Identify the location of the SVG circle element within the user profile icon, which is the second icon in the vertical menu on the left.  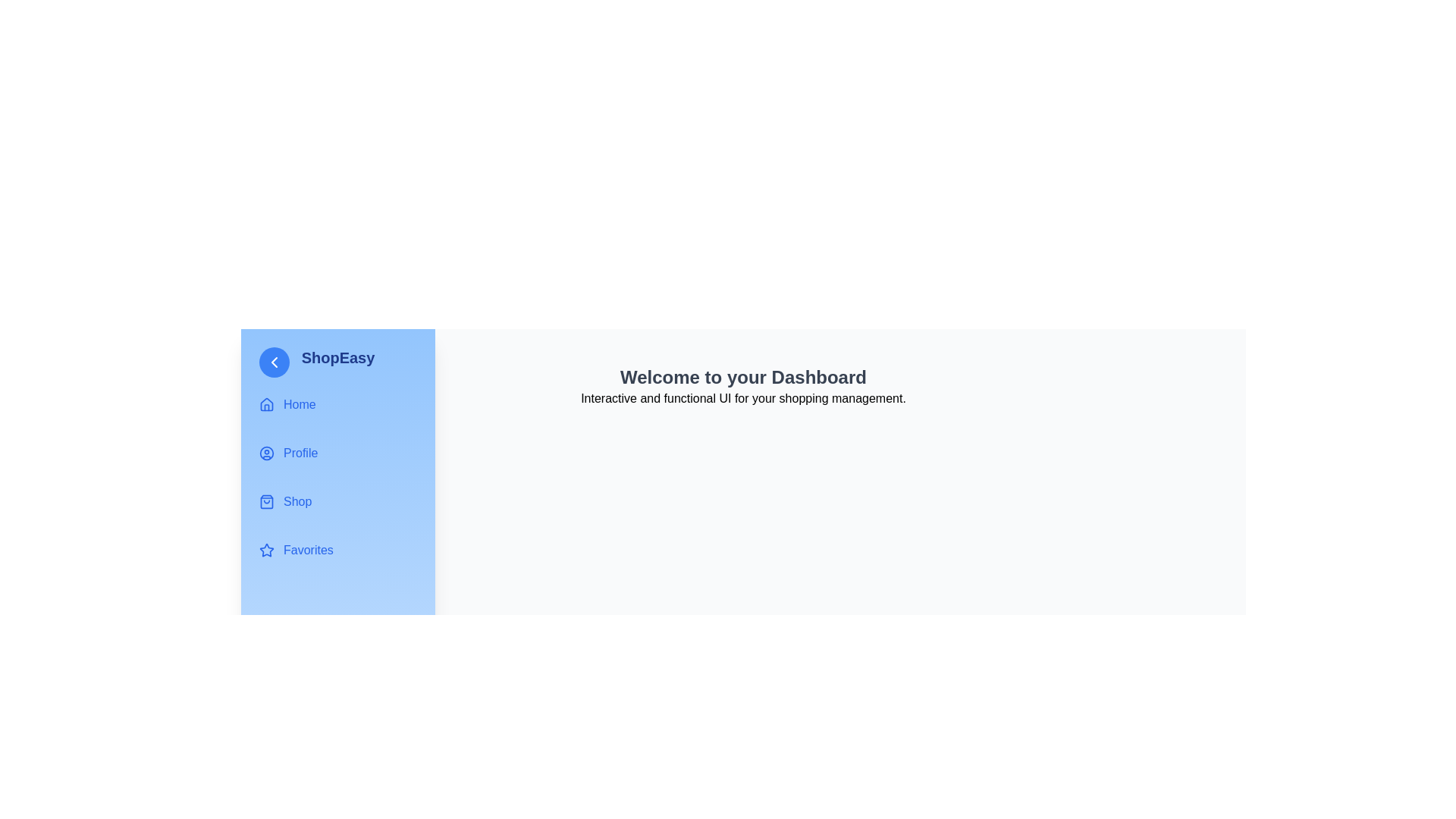
(266, 452).